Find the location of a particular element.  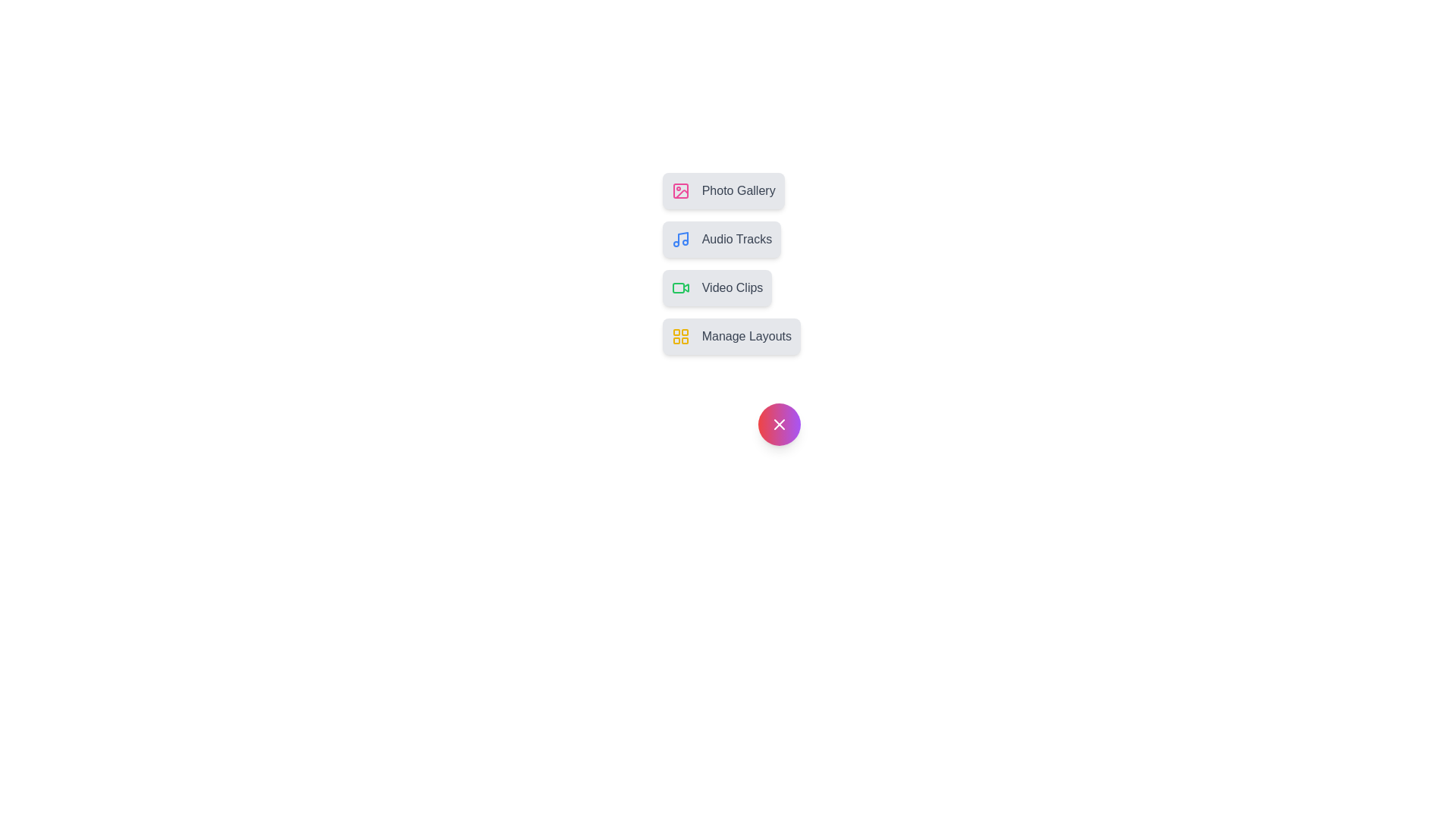

the 'Audio Tracks' button, which is a rectangular button with rounded corners, light gray background, and a blue music note icon is located at coordinates (720, 239).